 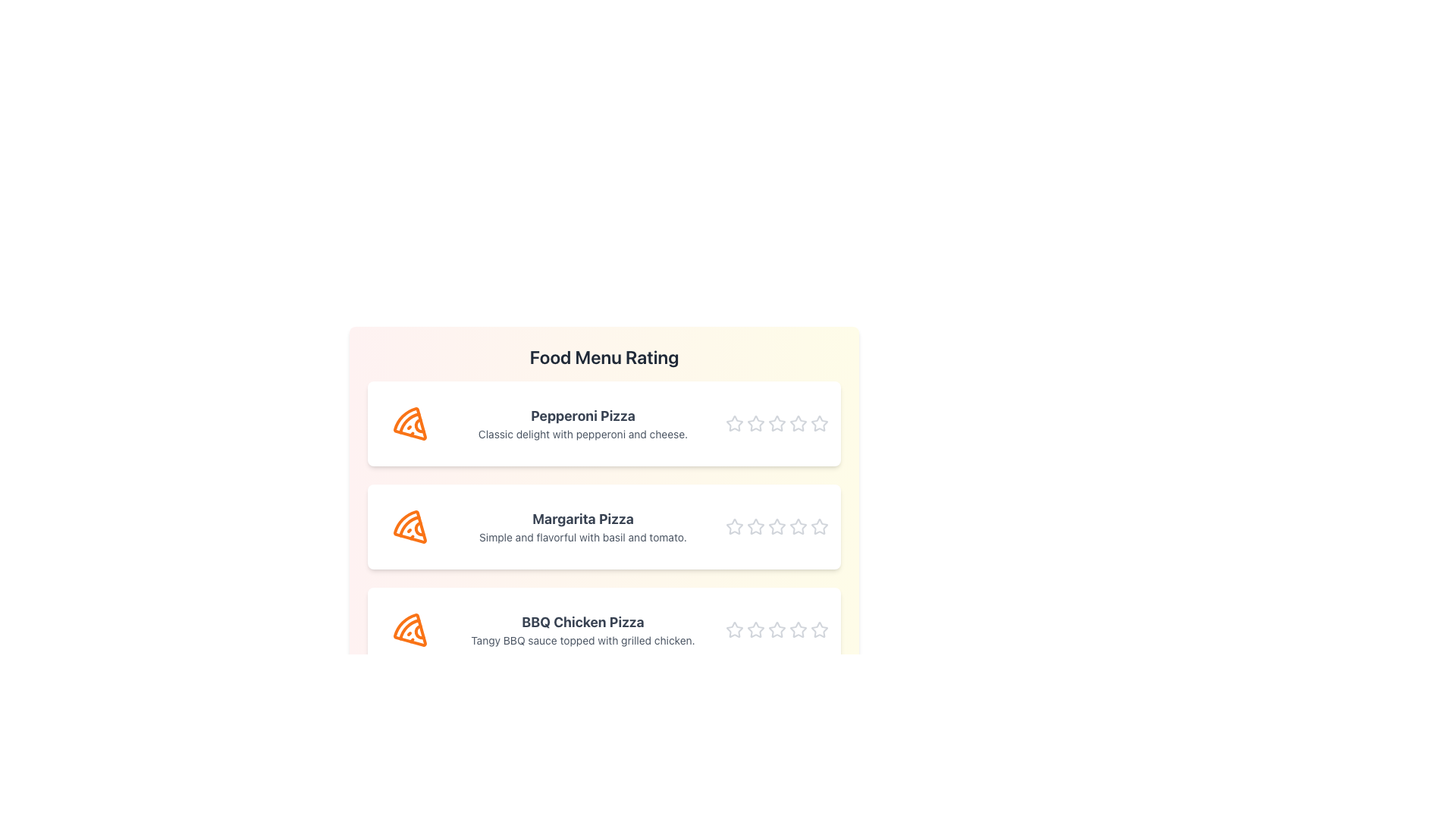 I want to click on the third hollow star icon in the rating section for 'Pepperoni Pizza' to observe the visual hover effect, so click(x=777, y=424).